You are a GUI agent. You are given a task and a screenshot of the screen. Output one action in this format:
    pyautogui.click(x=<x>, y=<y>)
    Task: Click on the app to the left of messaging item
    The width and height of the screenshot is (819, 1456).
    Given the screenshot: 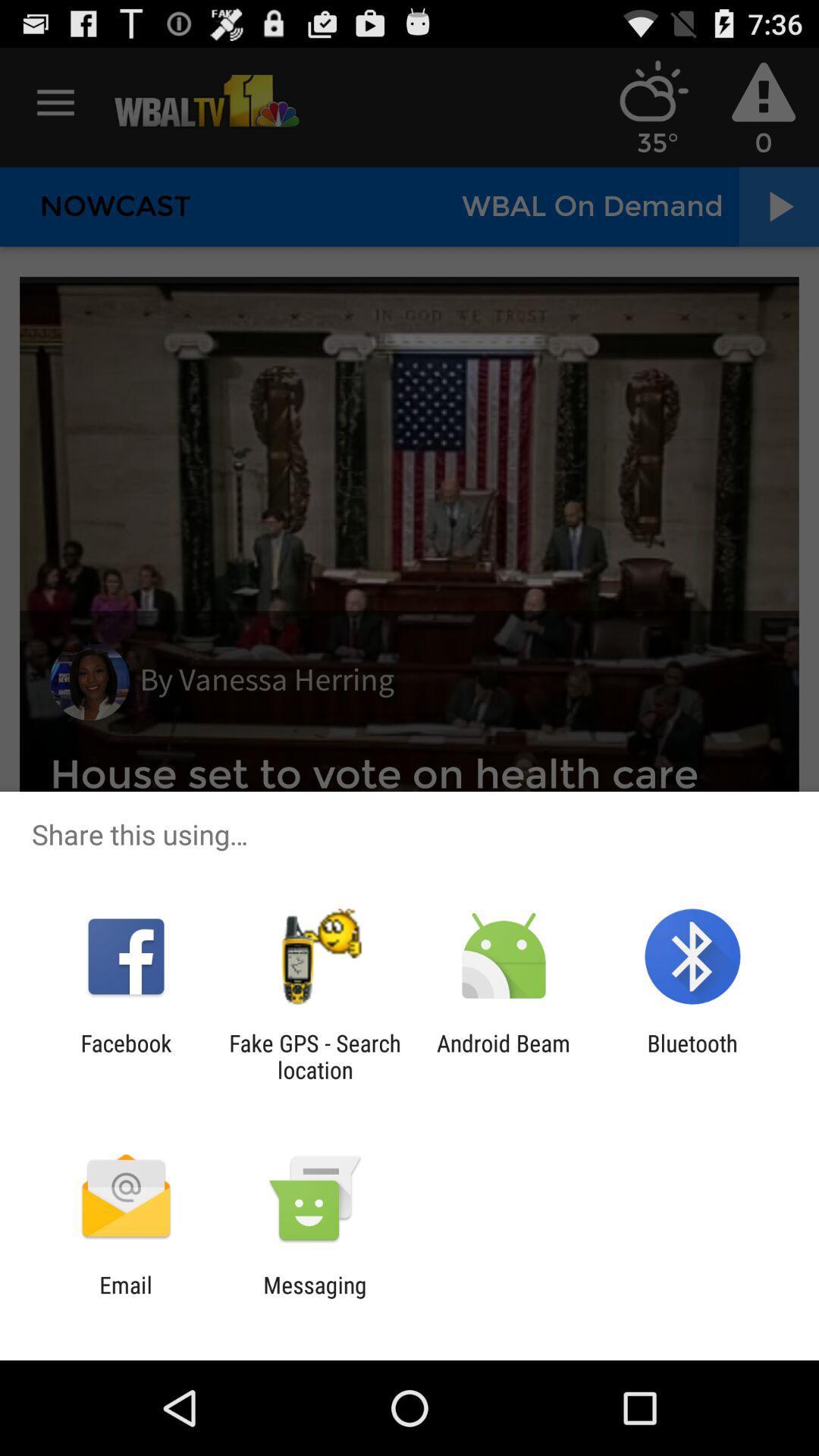 What is the action you would take?
    pyautogui.click(x=125, y=1298)
    